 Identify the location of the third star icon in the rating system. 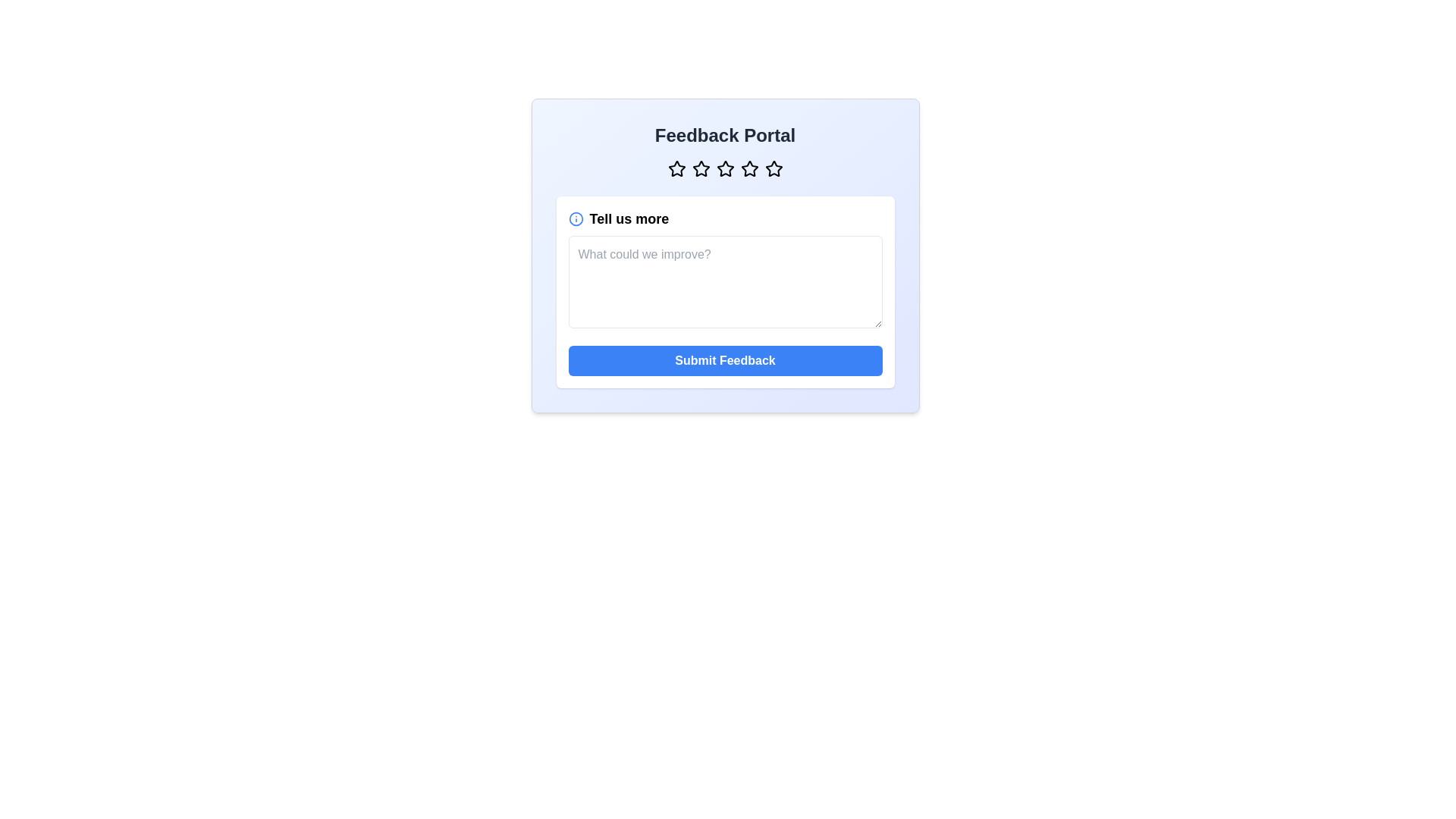
(724, 169).